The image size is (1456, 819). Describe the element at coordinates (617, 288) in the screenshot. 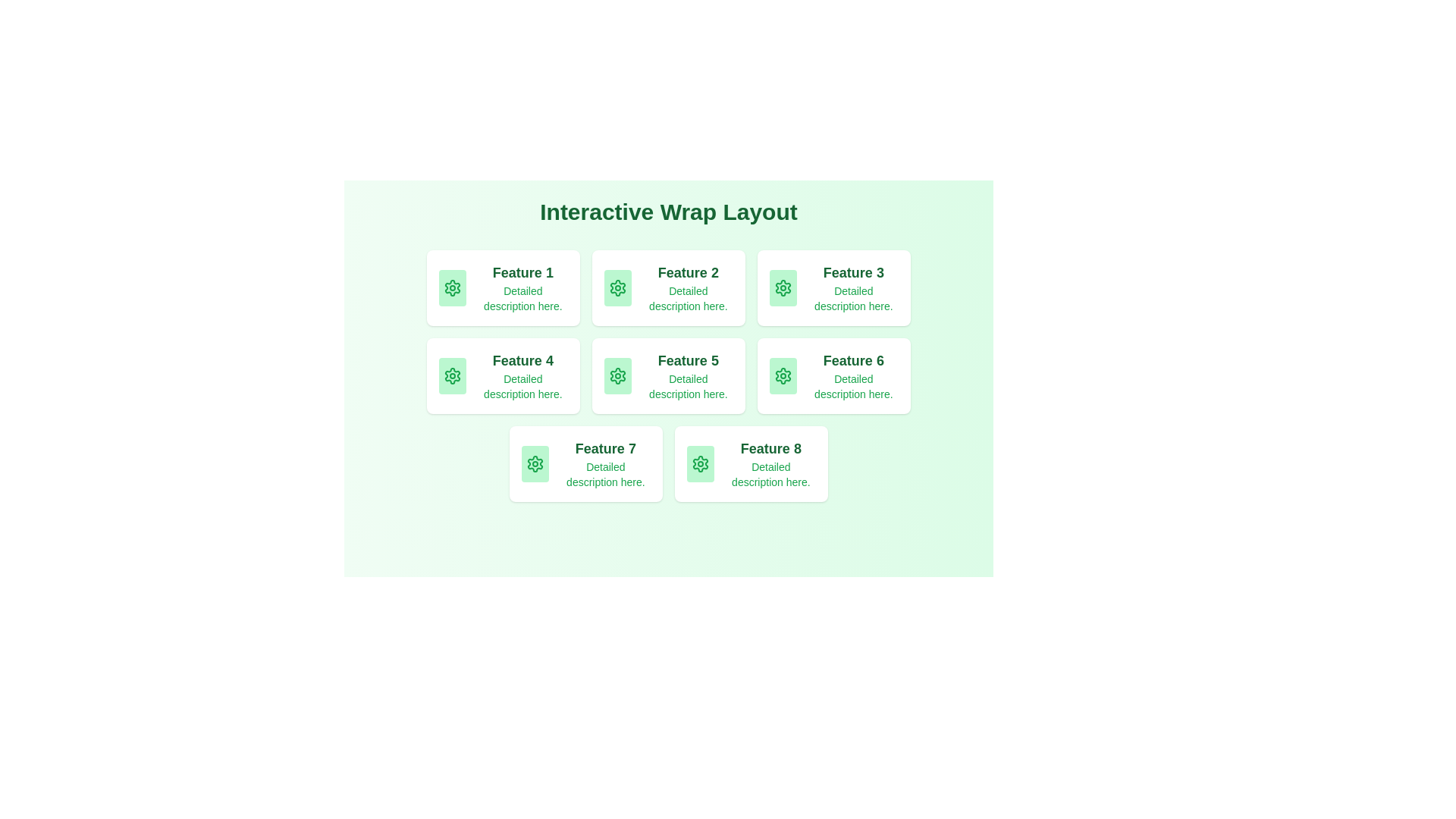

I see `the settings icon in the first column of the second row within the 'Interactive Wrap Layout' of 'Feature 2.'` at that location.